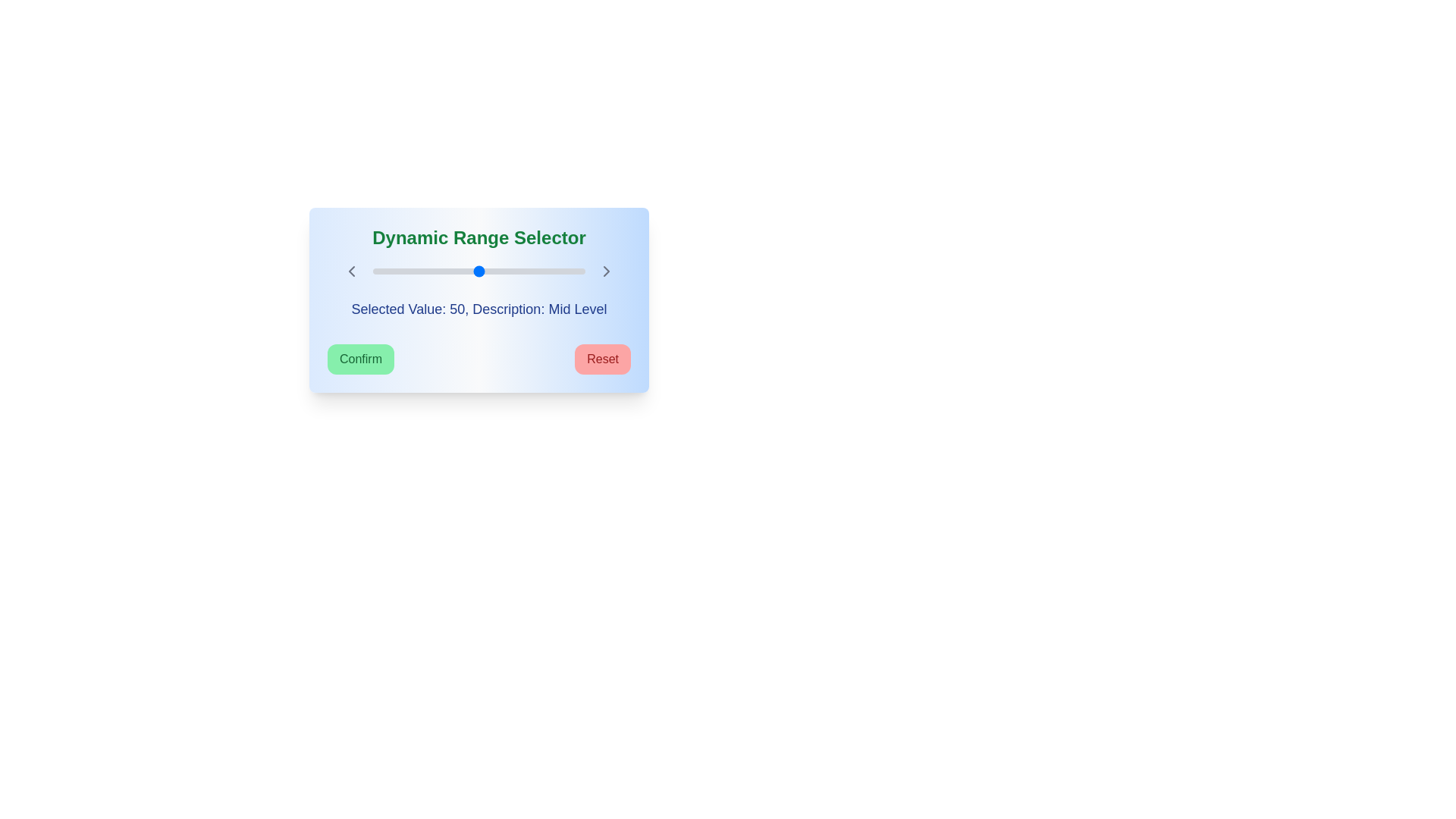 The width and height of the screenshot is (1456, 819). Describe the element at coordinates (434, 271) in the screenshot. I see `the slider` at that location.